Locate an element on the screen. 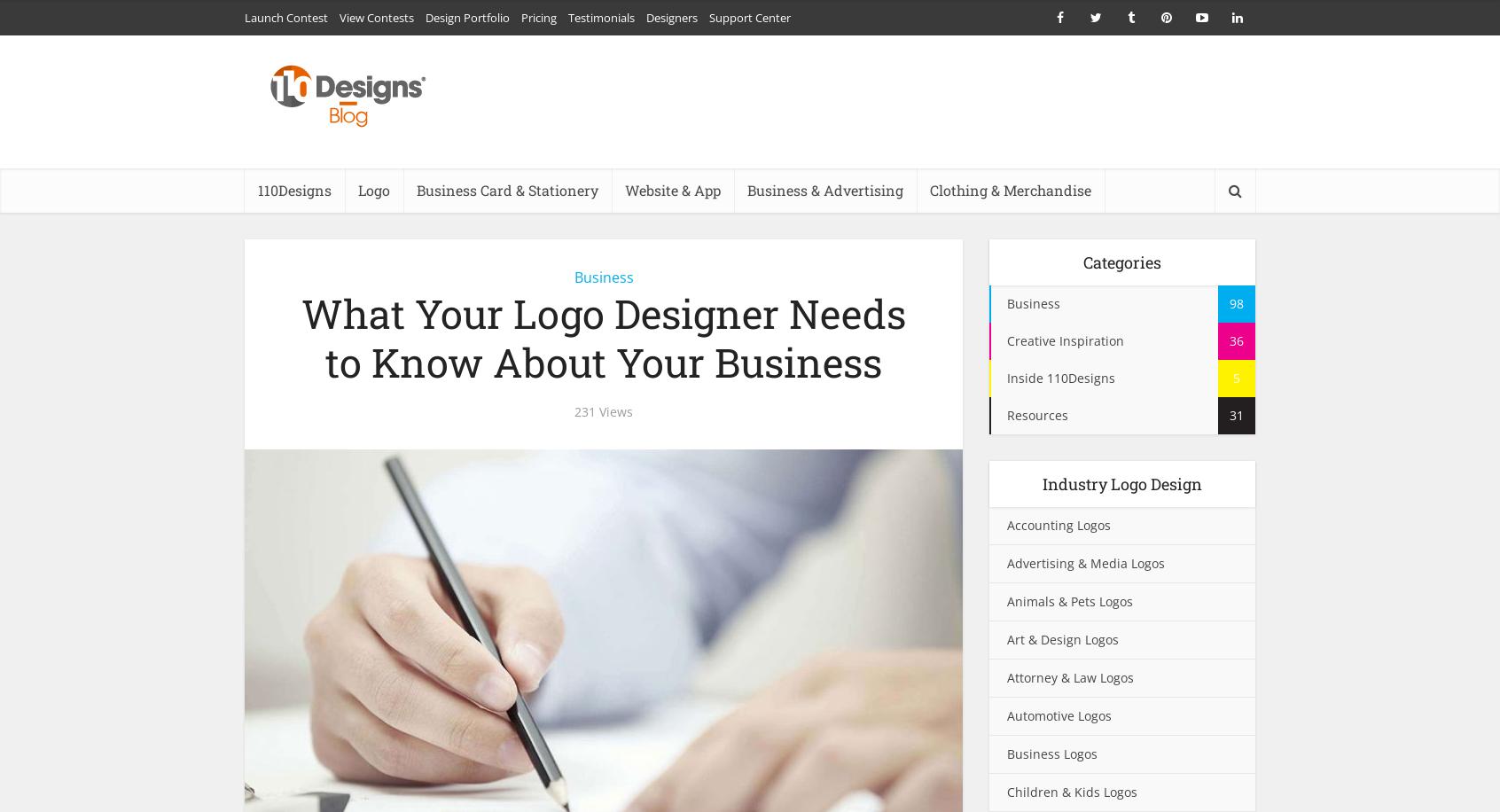 Image resolution: width=1500 pixels, height=812 pixels. 'Categories' is located at coordinates (1121, 261).